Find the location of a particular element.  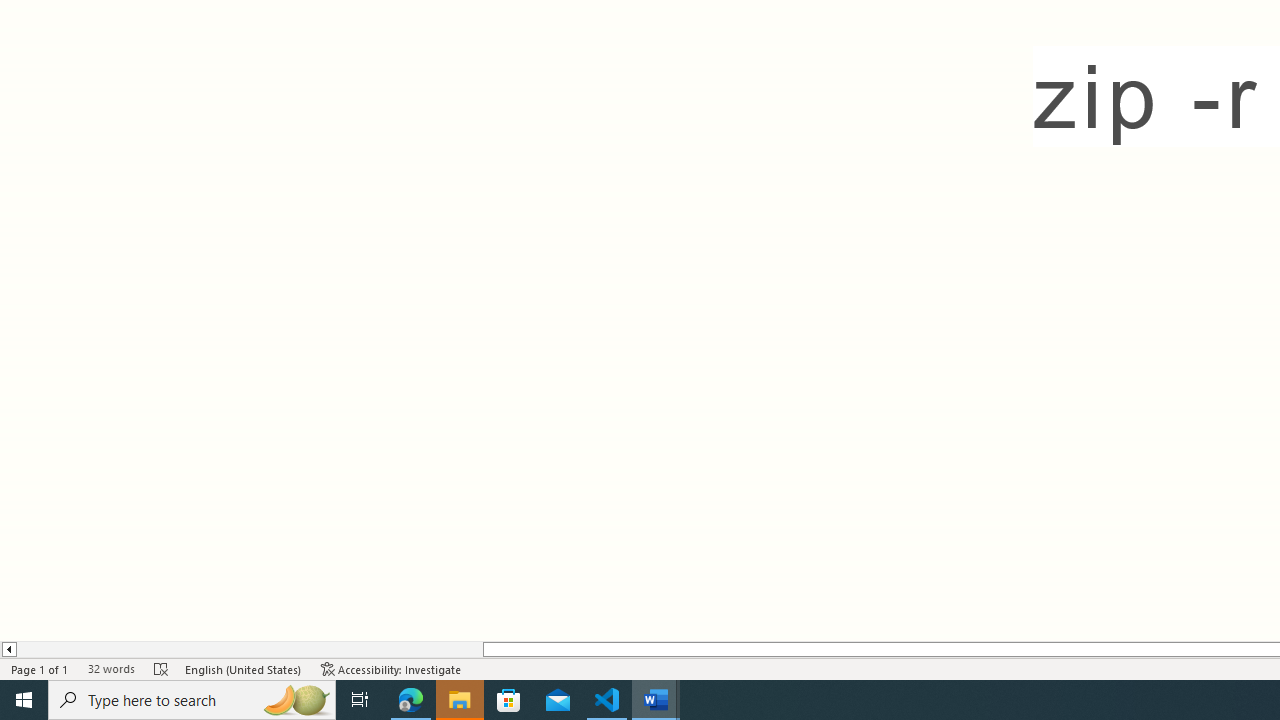

'Page left' is located at coordinates (248, 649).